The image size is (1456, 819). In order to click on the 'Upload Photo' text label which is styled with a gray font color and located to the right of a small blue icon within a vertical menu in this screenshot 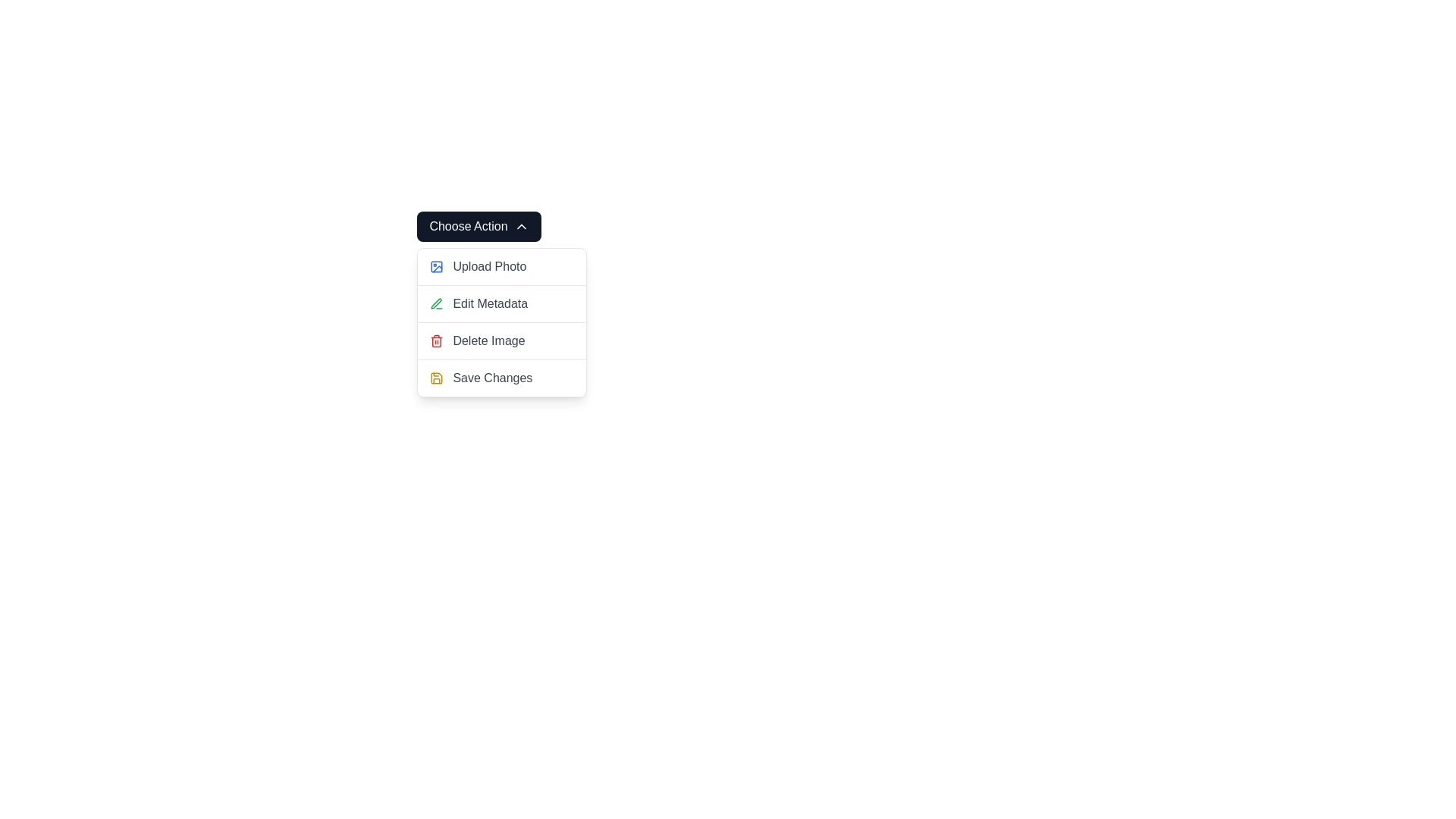, I will do `click(489, 265)`.